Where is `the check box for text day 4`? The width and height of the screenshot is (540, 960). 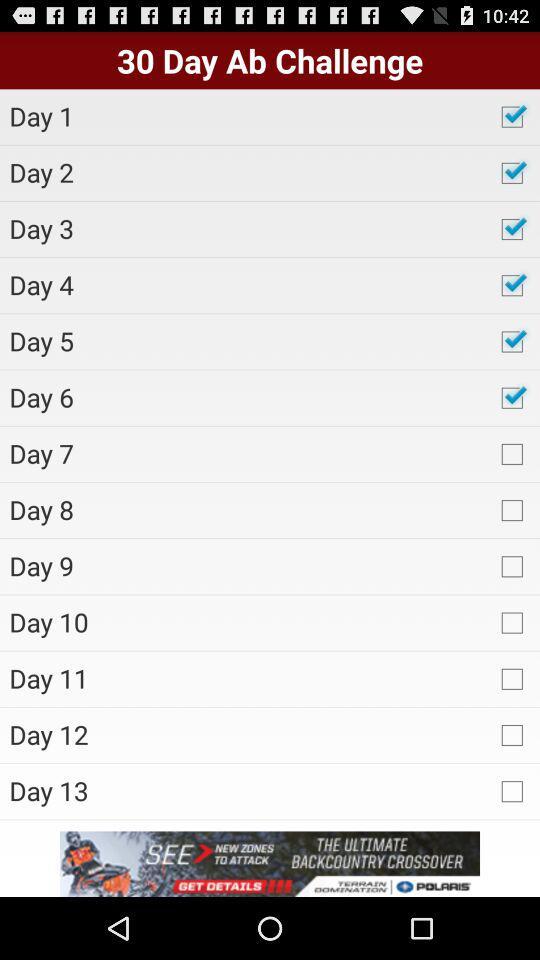
the check box for text day 4 is located at coordinates (511, 284).